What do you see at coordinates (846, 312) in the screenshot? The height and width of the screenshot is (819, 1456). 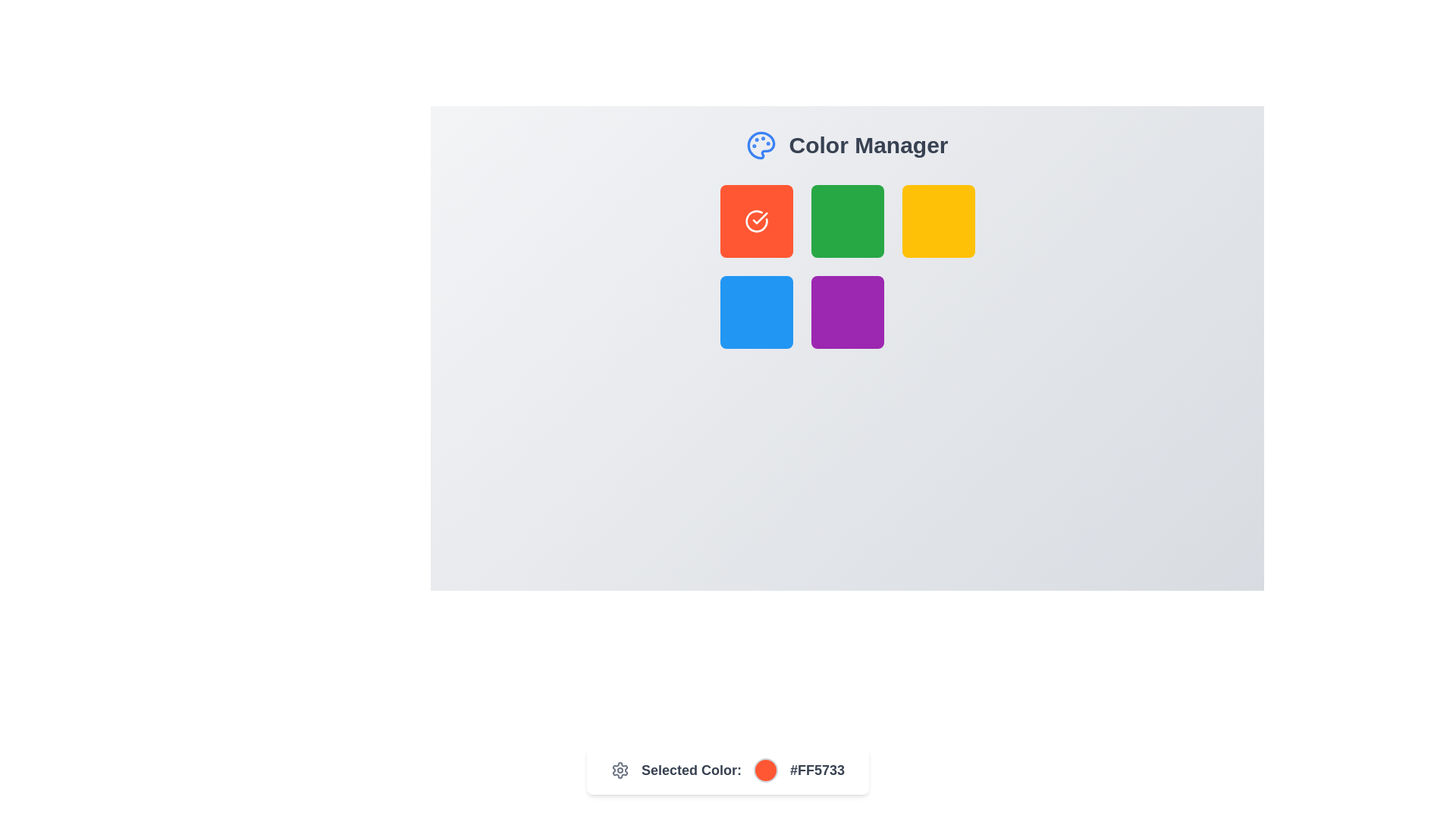 I see `the purple rounded square element in the bottom row of the grid layout` at bounding box center [846, 312].